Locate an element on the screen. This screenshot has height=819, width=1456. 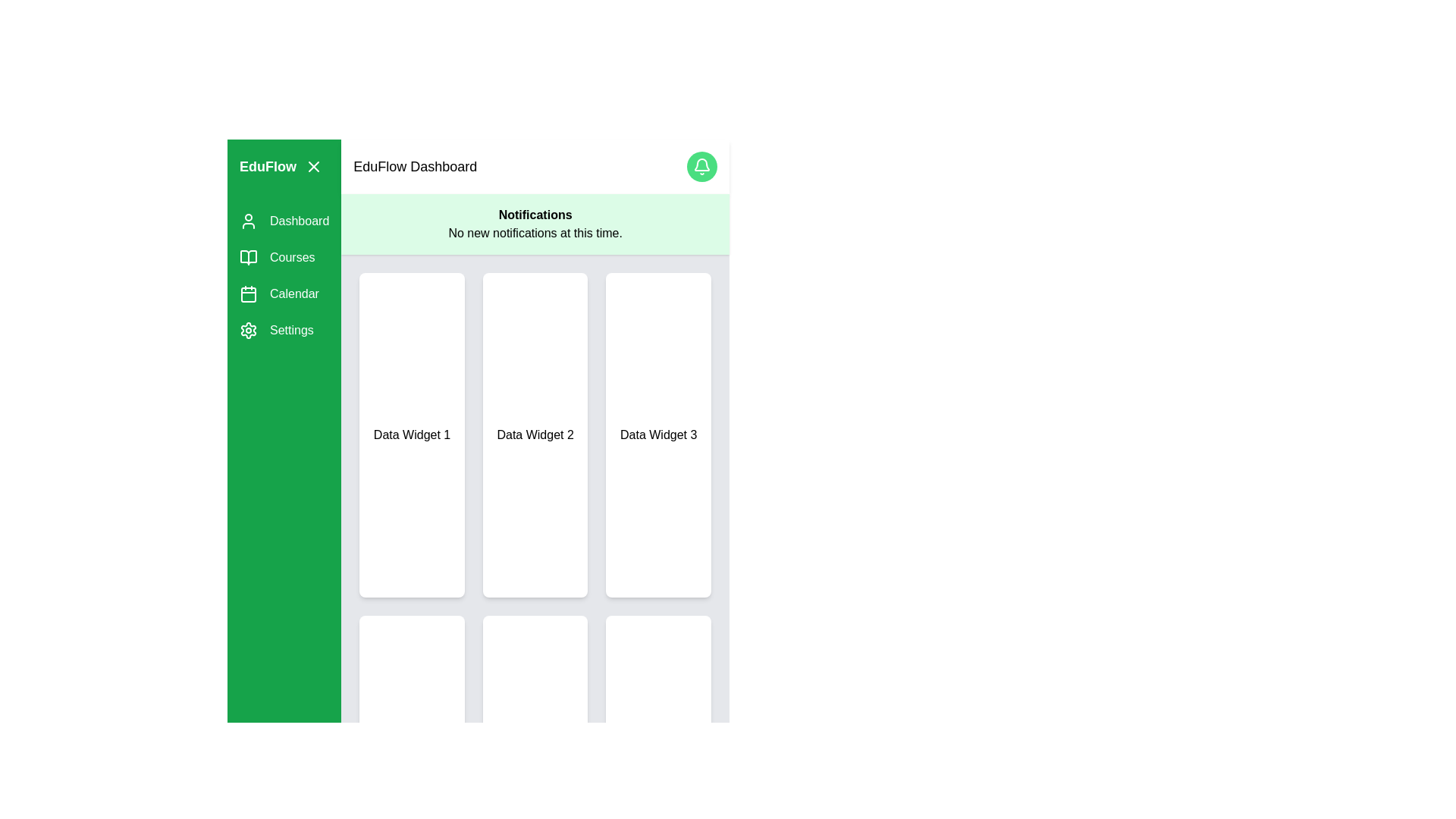
the 'Courses' icon in the sidebar navigation menu is located at coordinates (248, 256).